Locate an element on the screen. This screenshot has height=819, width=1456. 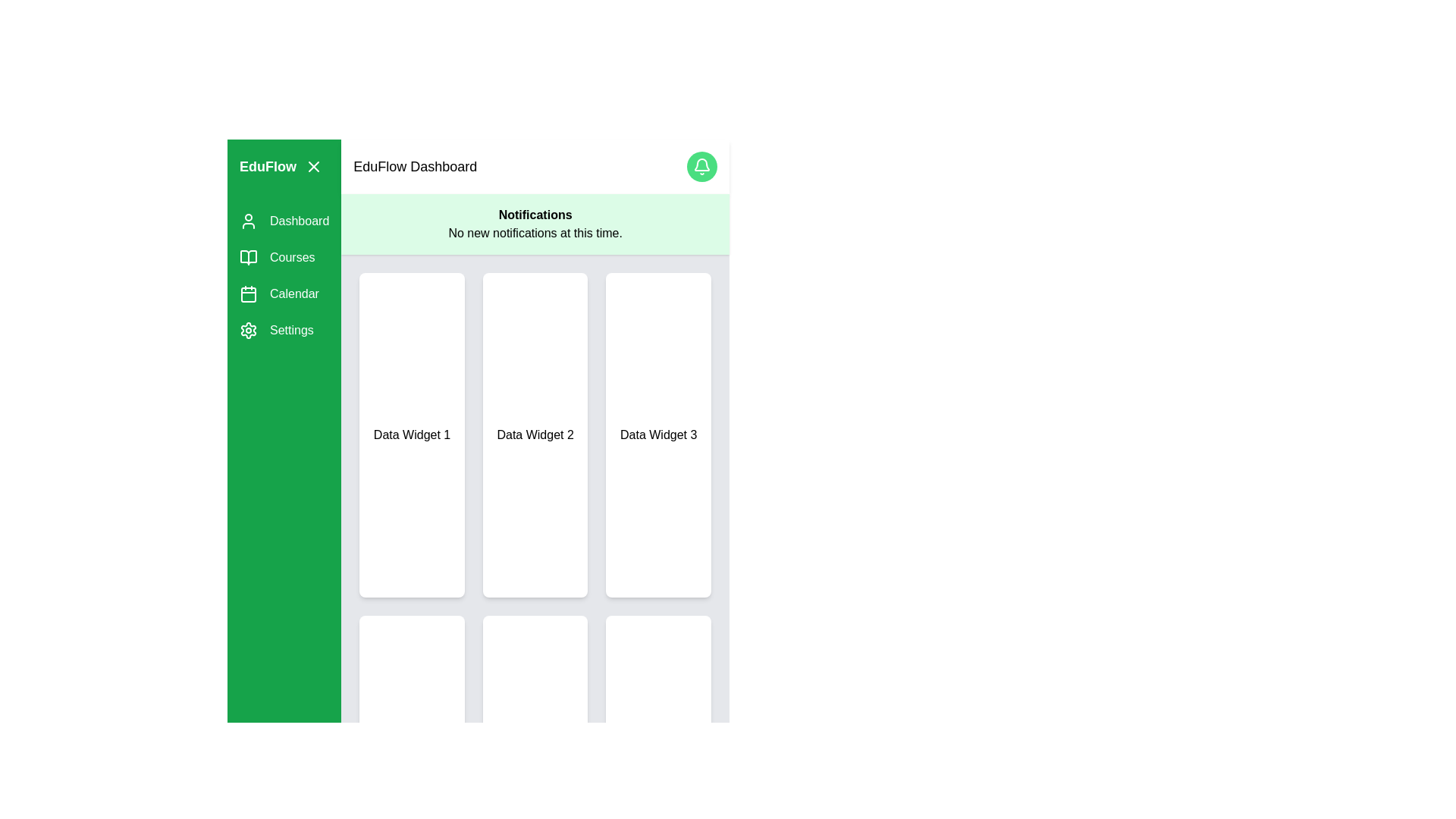
the 'Courses' icon in the sidebar navigation menu is located at coordinates (248, 256).